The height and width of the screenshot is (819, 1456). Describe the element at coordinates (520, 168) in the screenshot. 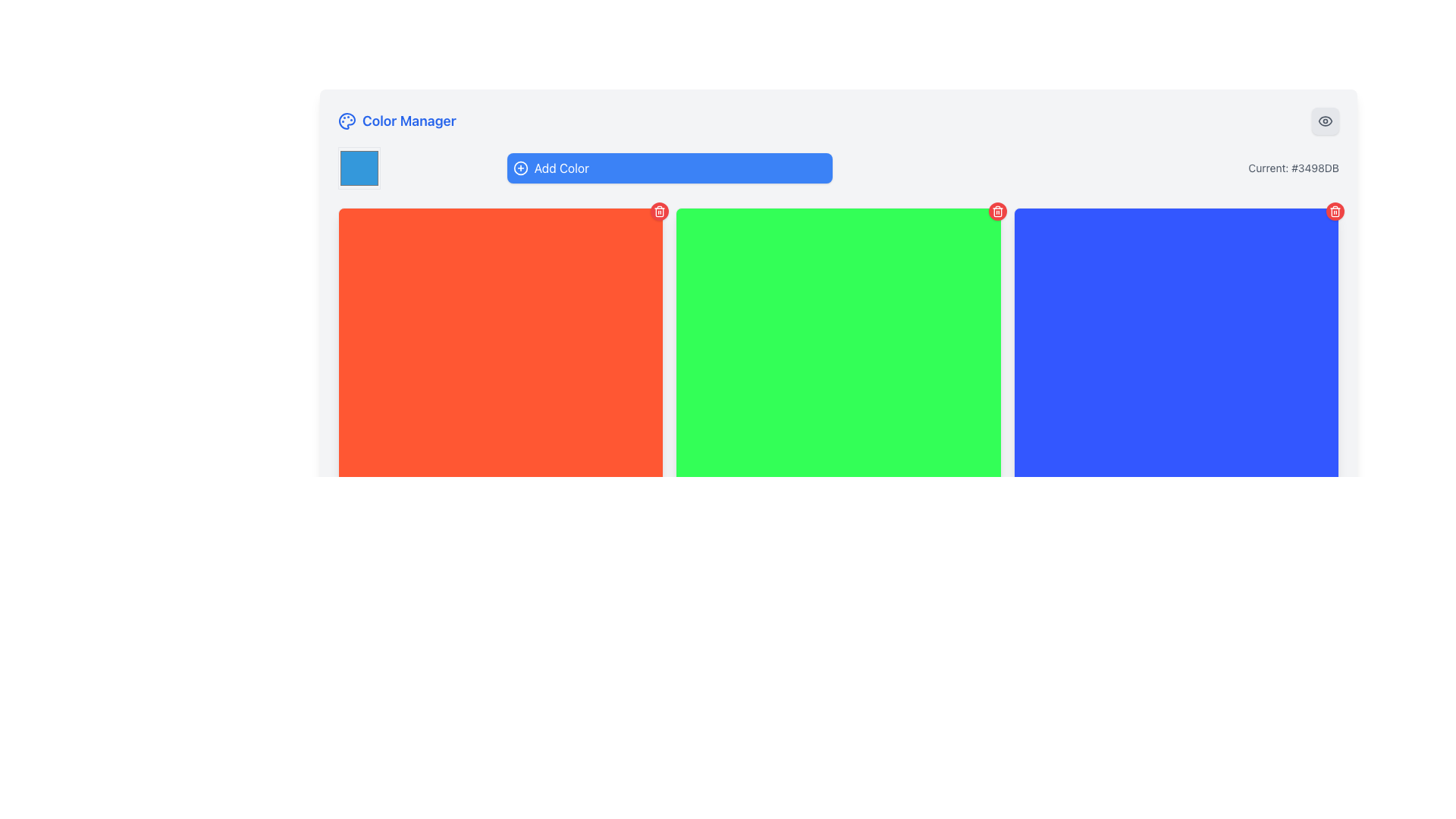

I see `the innermost circular element of the icon, which is part of the interactive button for adding new colors to a palette, located beside the 'Add Color' label` at that location.